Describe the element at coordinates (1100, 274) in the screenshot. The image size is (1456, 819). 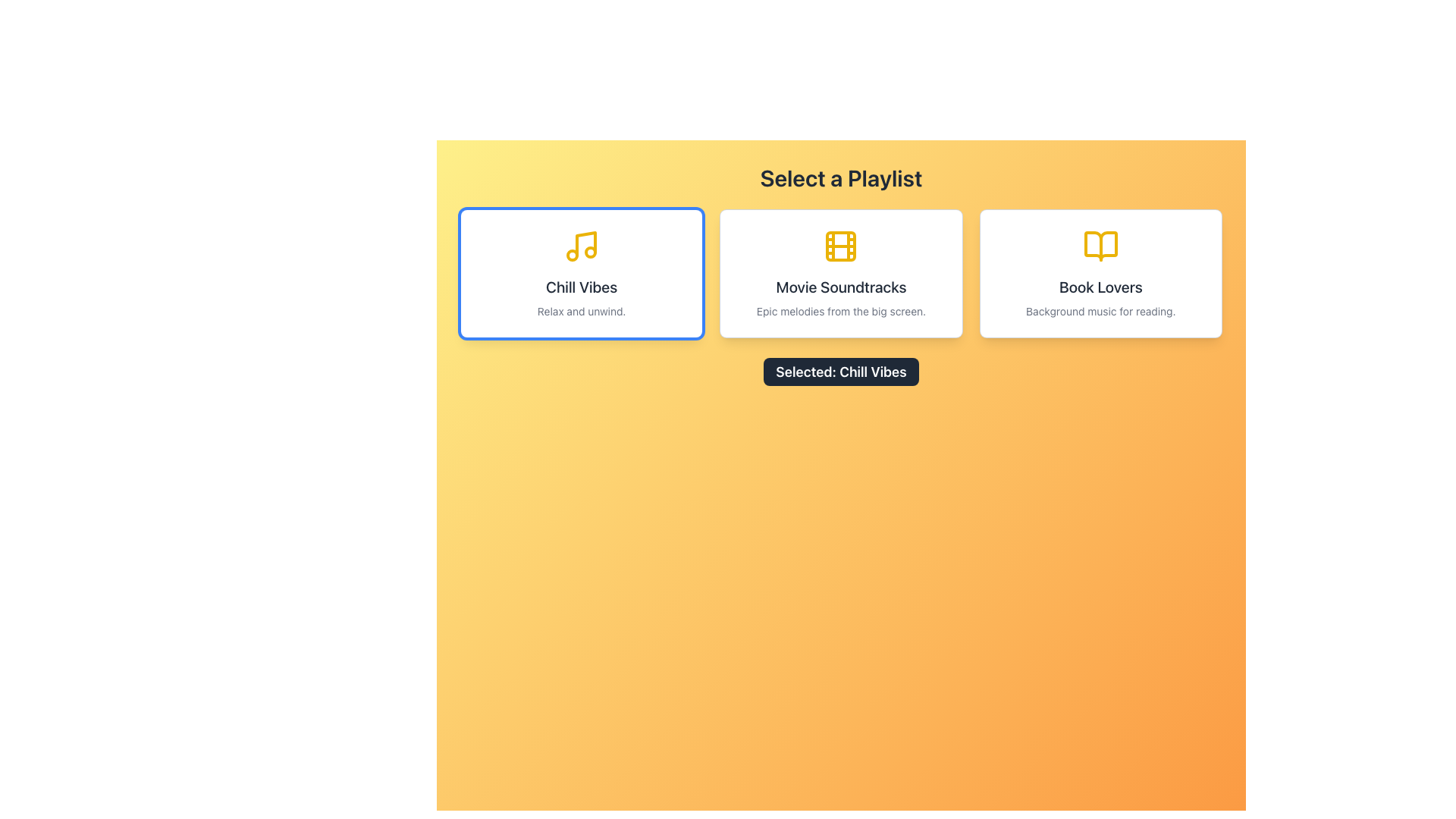
I see `the 'Book Lovers' playlist card, which is the third card in a horizontally aligned grid` at that location.